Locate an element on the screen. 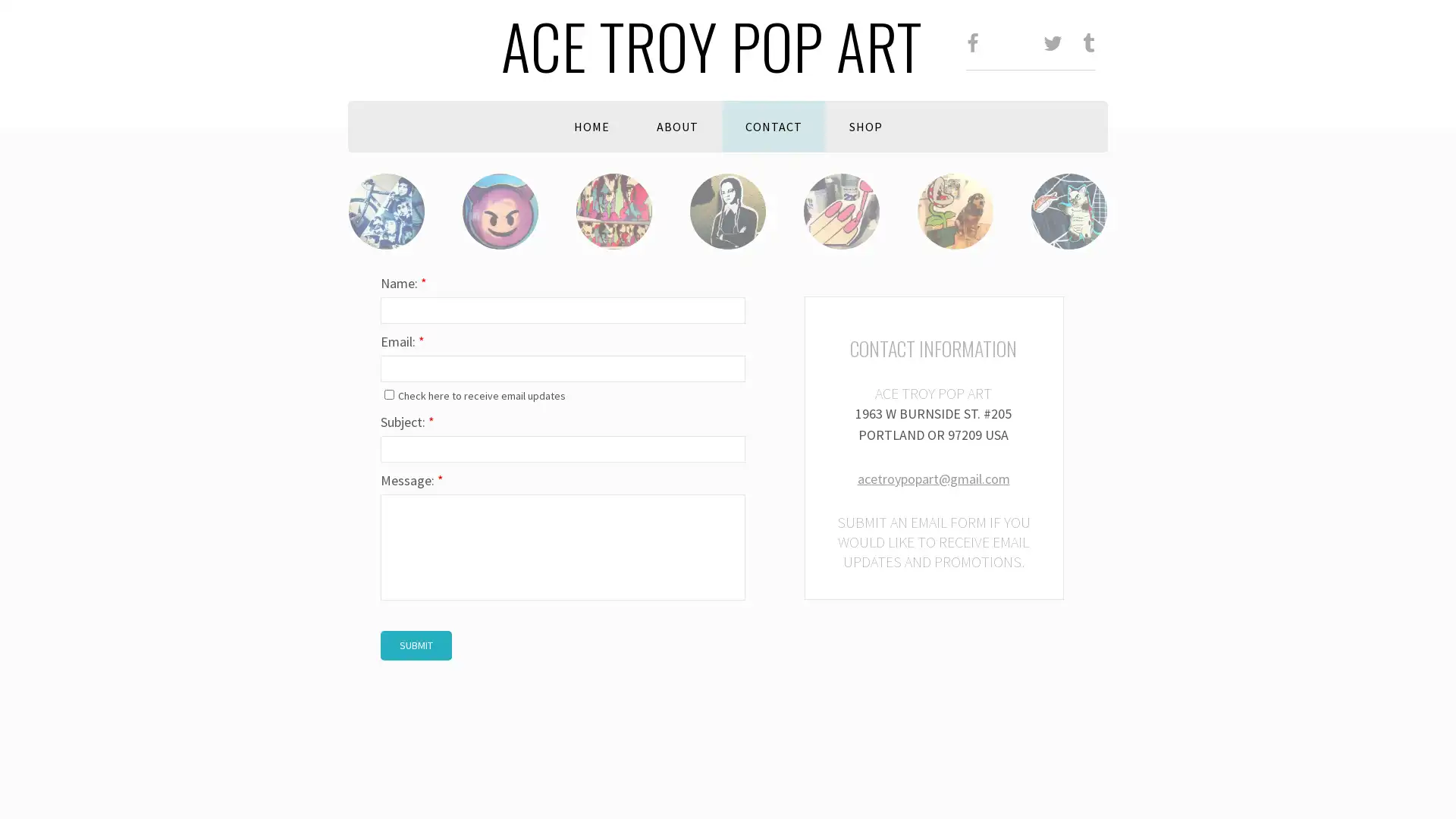 This screenshot has height=819, width=1456. Submit is located at coordinates (416, 645).